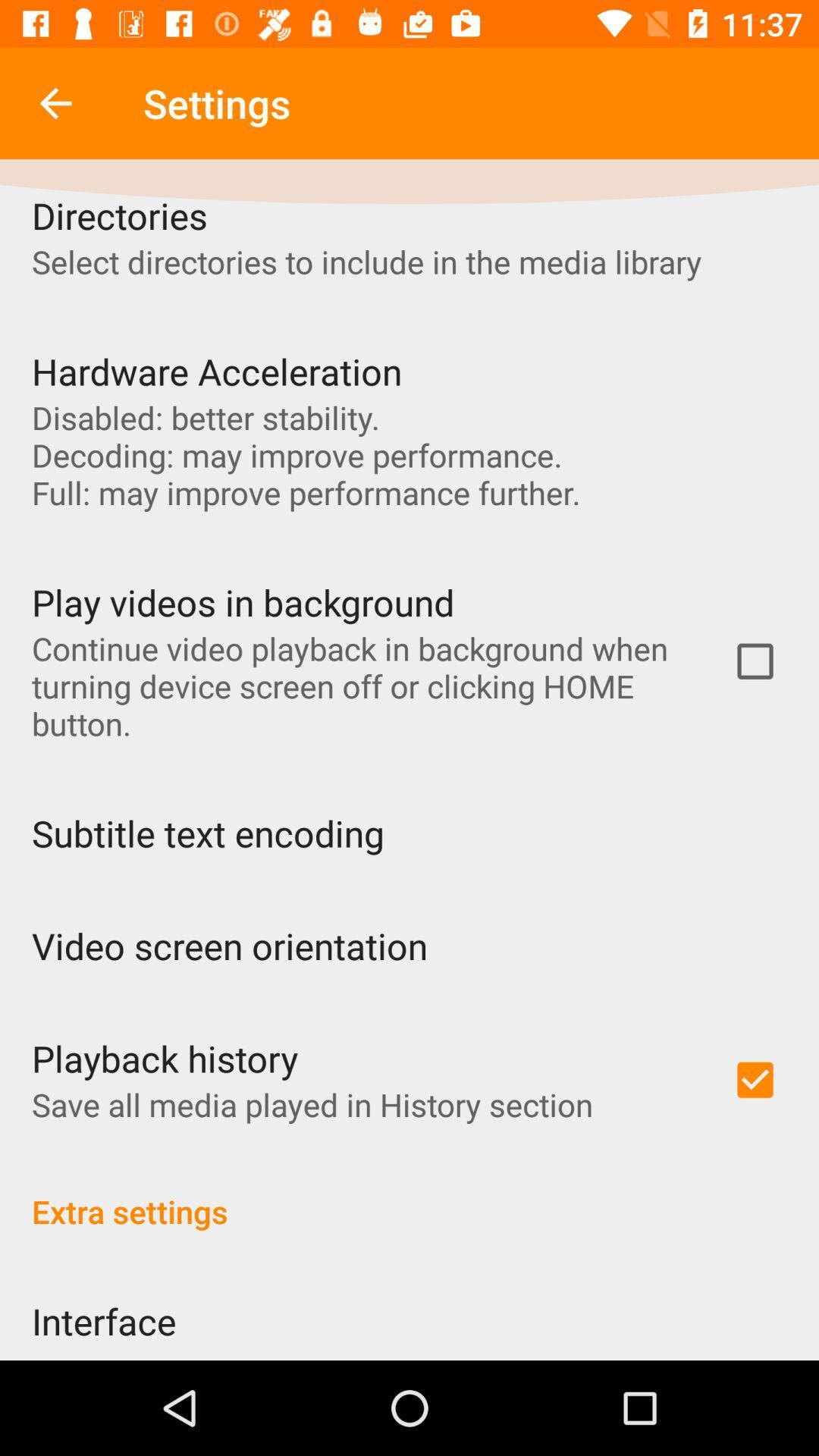  I want to click on the item above interface, so click(409, 1194).